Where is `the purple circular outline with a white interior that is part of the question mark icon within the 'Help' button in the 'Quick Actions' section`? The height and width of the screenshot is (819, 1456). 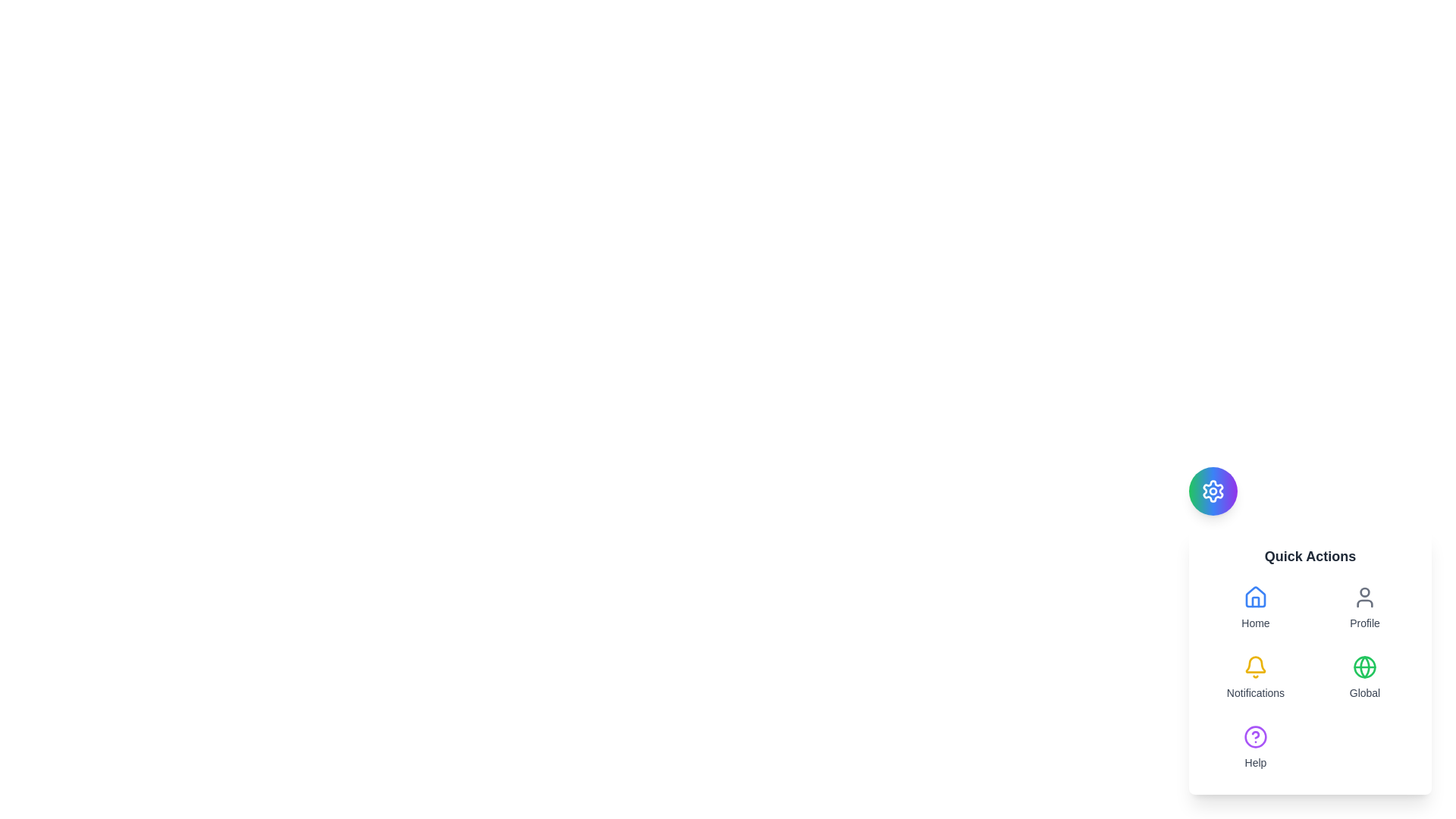 the purple circular outline with a white interior that is part of the question mark icon within the 'Help' button in the 'Quick Actions' section is located at coordinates (1256, 736).